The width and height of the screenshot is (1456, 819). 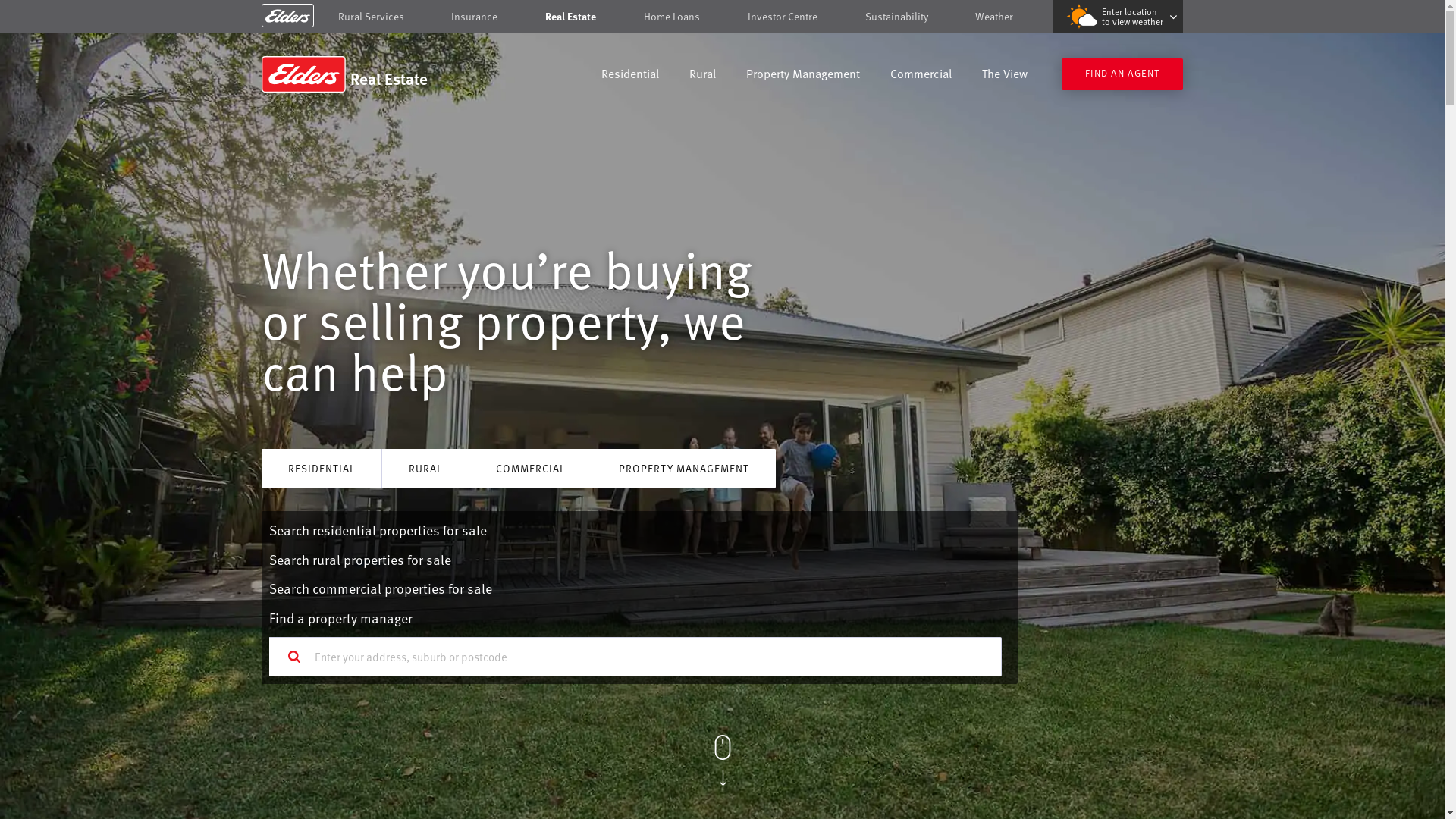 What do you see at coordinates (783, 16) in the screenshot?
I see `'Investor Centre'` at bounding box center [783, 16].